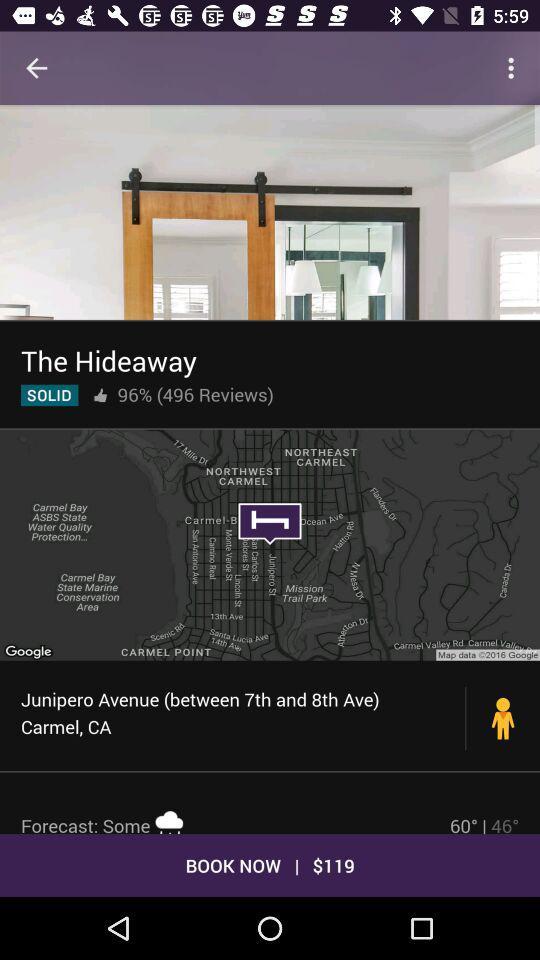 The image size is (540, 960). Describe the element at coordinates (49, 394) in the screenshot. I see `green button` at that location.